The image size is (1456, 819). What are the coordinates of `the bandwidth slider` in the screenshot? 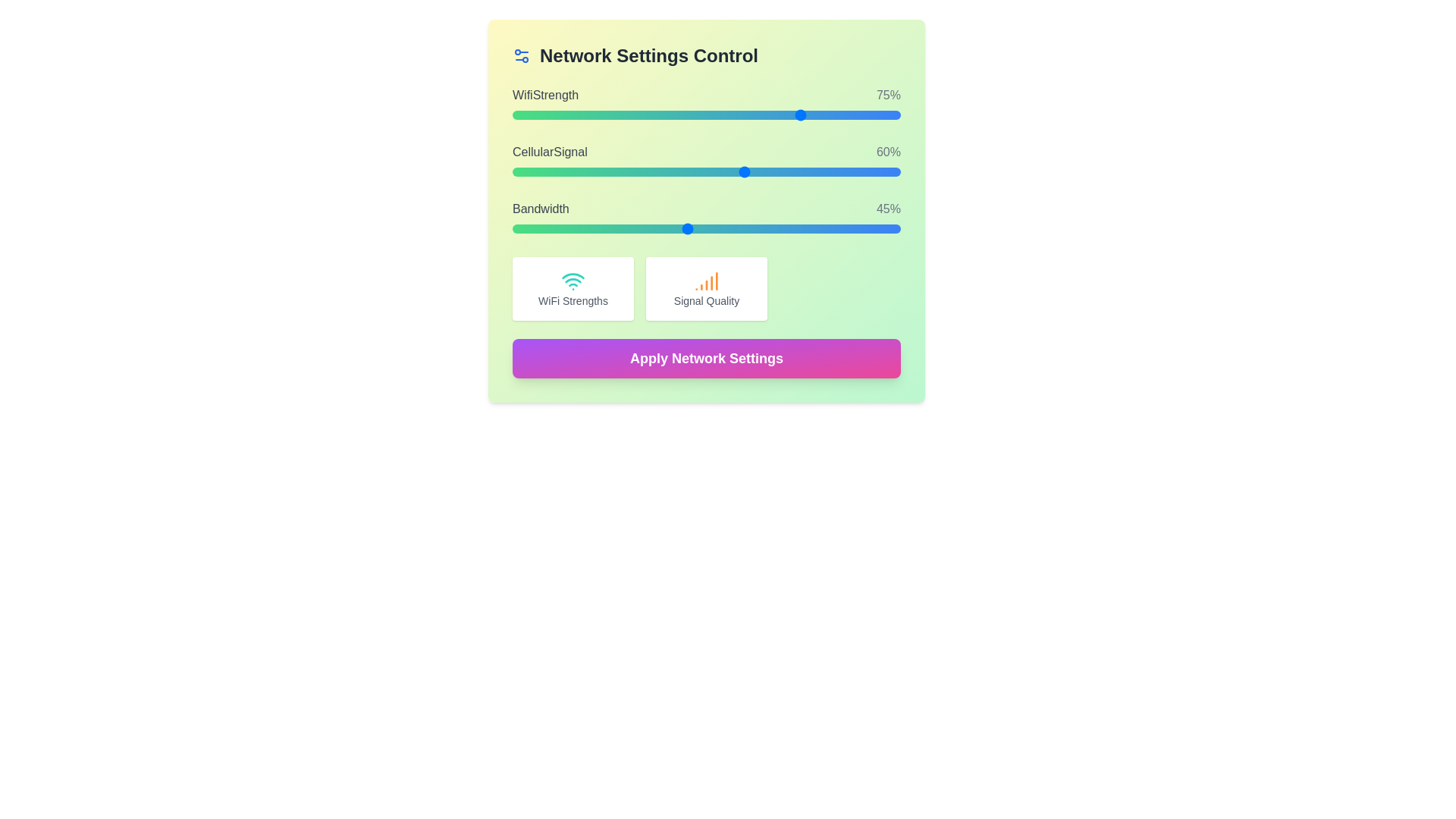 It's located at (604, 228).